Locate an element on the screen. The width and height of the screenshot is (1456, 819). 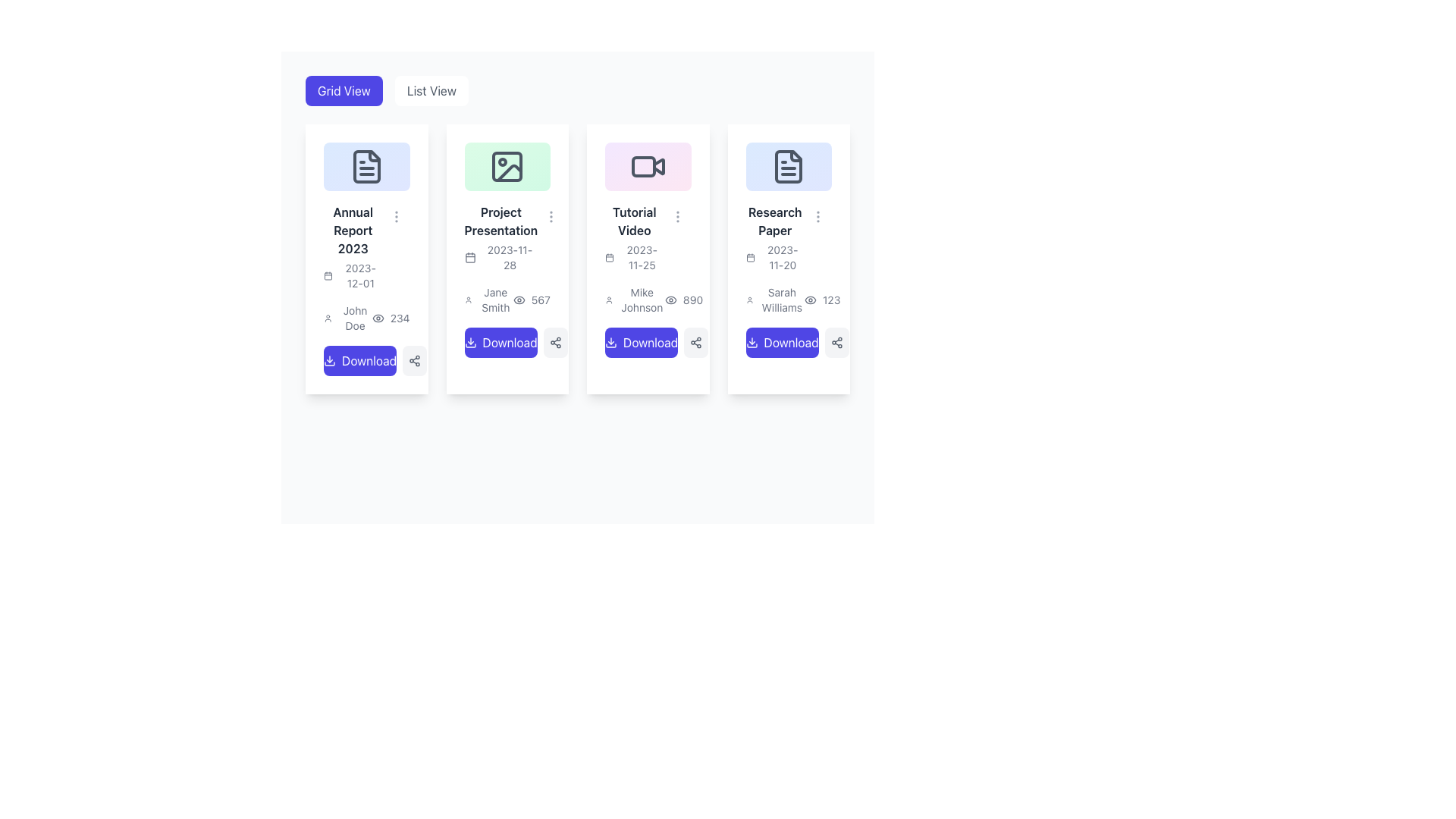
the button labeled 'Download Annual Report 2023' located at the bottom center of the first card in a horizontal list of cards to initiate the file download is located at coordinates (369, 360).